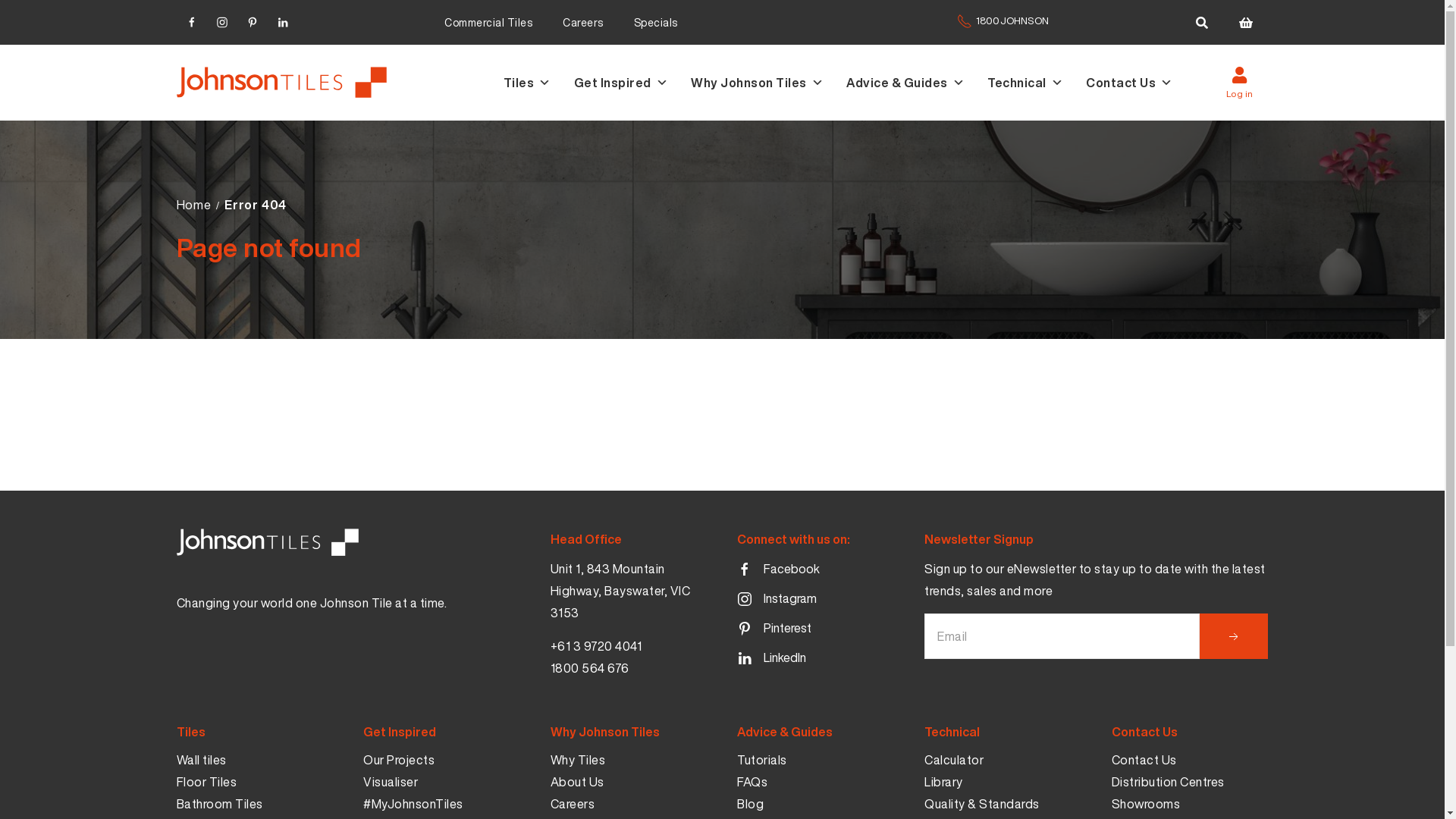 This screenshot has height=819, width=1456. Describe the element at coordinates (595, 646) in the screenshot. I see `'+61 3 9720 4041'` at that location.